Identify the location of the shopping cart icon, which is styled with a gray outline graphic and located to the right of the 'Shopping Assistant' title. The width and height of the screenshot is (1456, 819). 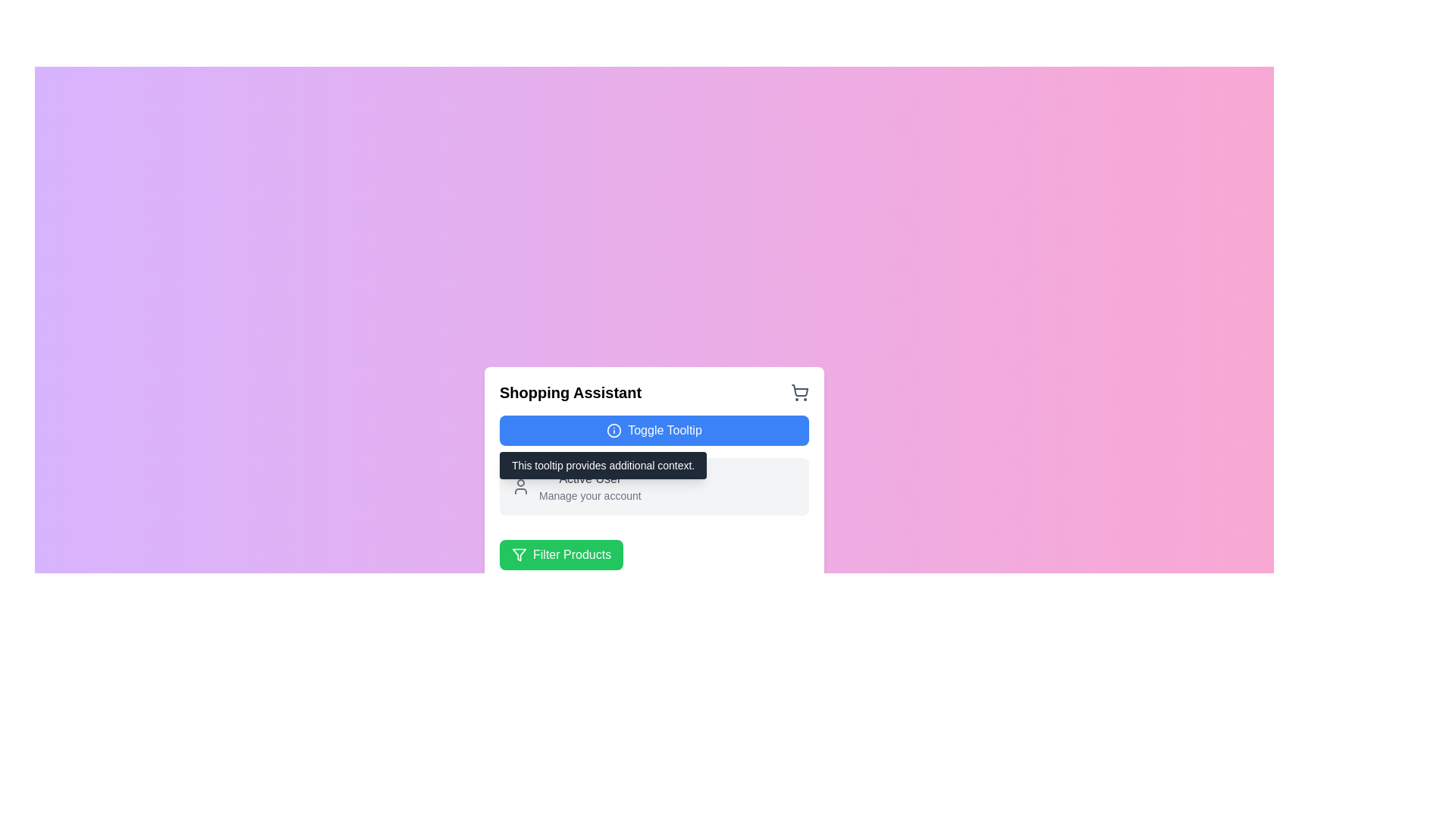
(799, 391).